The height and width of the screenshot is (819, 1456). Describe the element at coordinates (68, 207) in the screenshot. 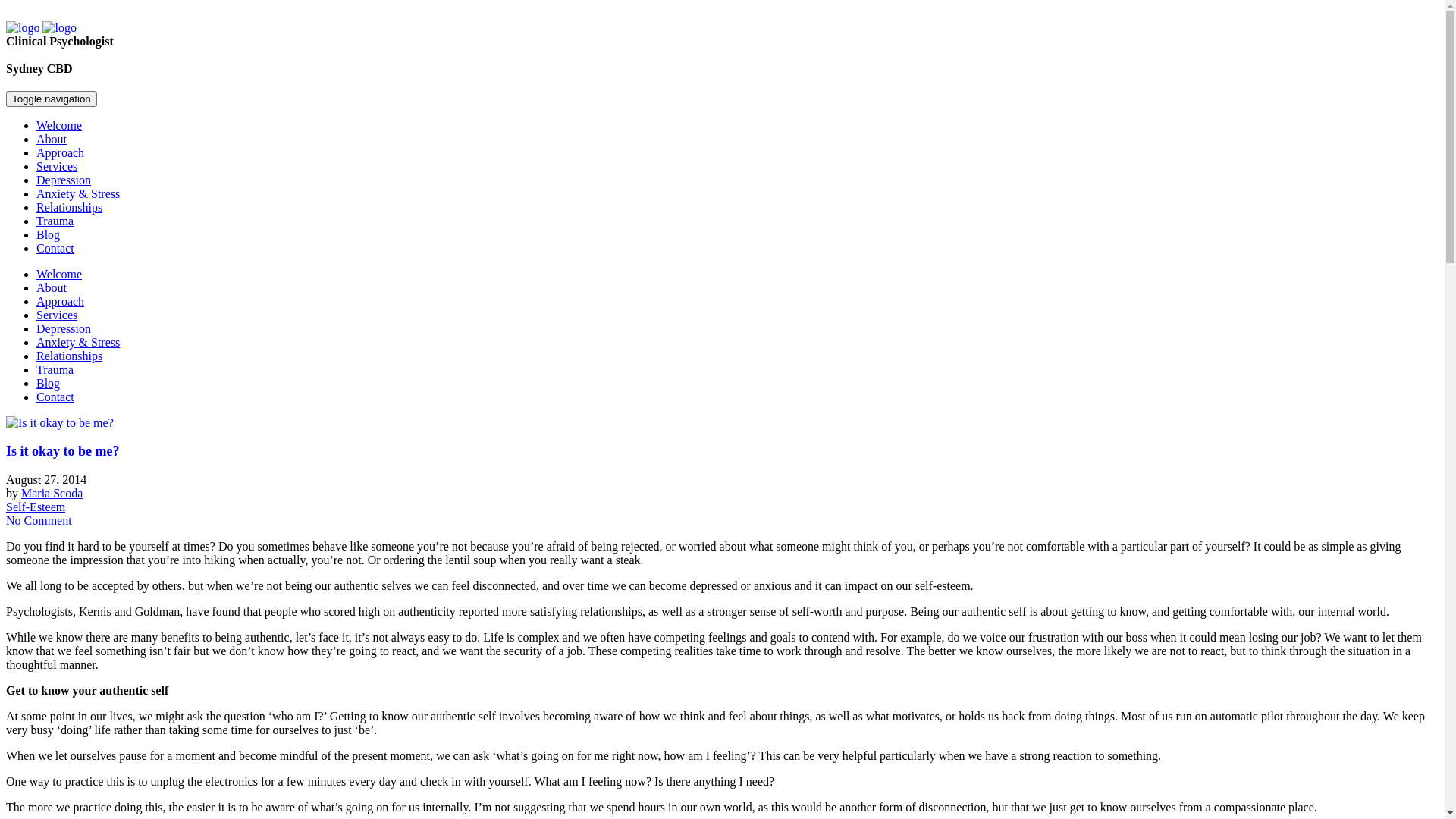

I see `'Relationships'` at that location.